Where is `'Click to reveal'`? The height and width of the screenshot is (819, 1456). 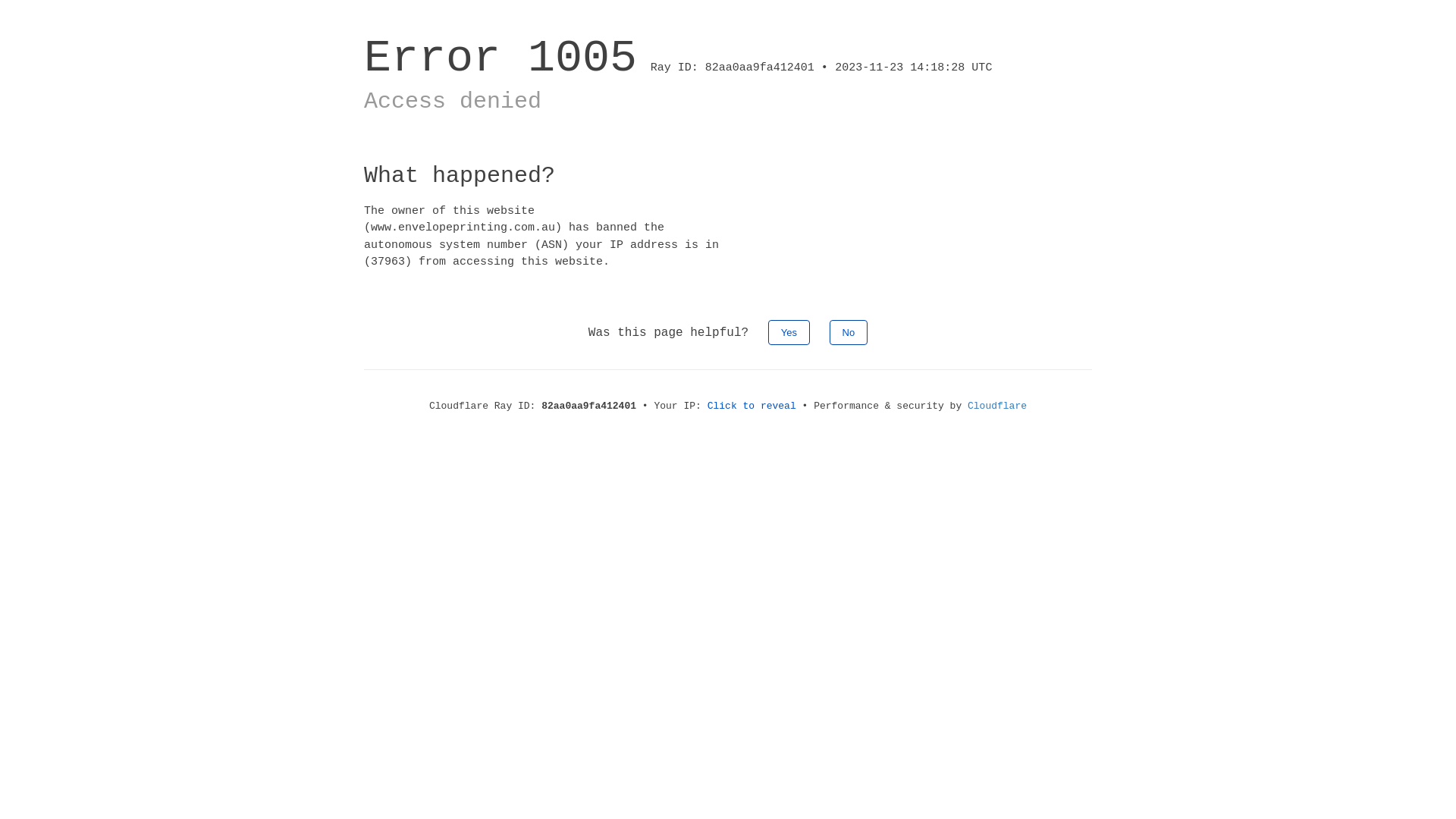 'Click to reveal' is located at coordinates (752, 405).